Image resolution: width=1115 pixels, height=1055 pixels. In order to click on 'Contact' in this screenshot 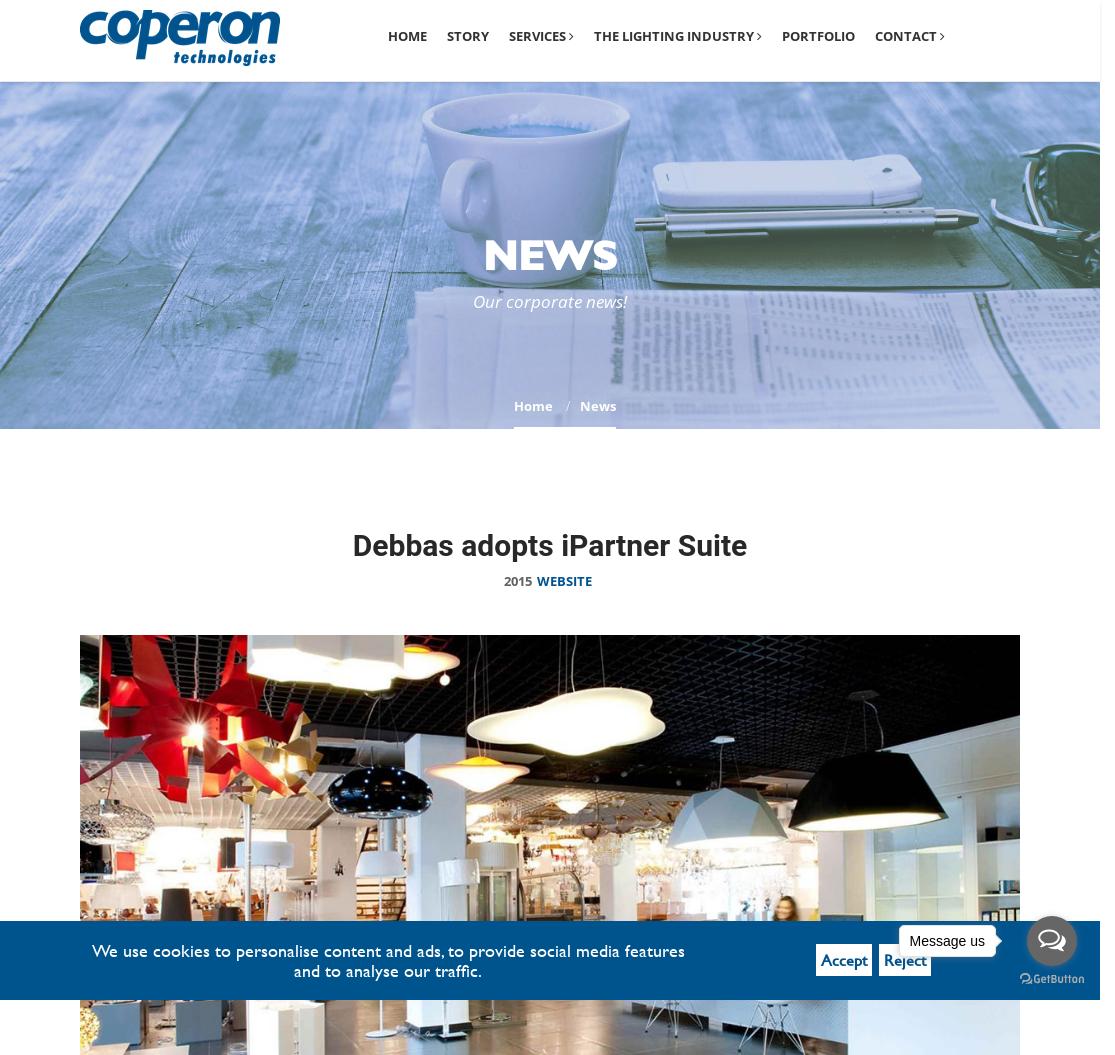, I will do `click(906, 35)`.